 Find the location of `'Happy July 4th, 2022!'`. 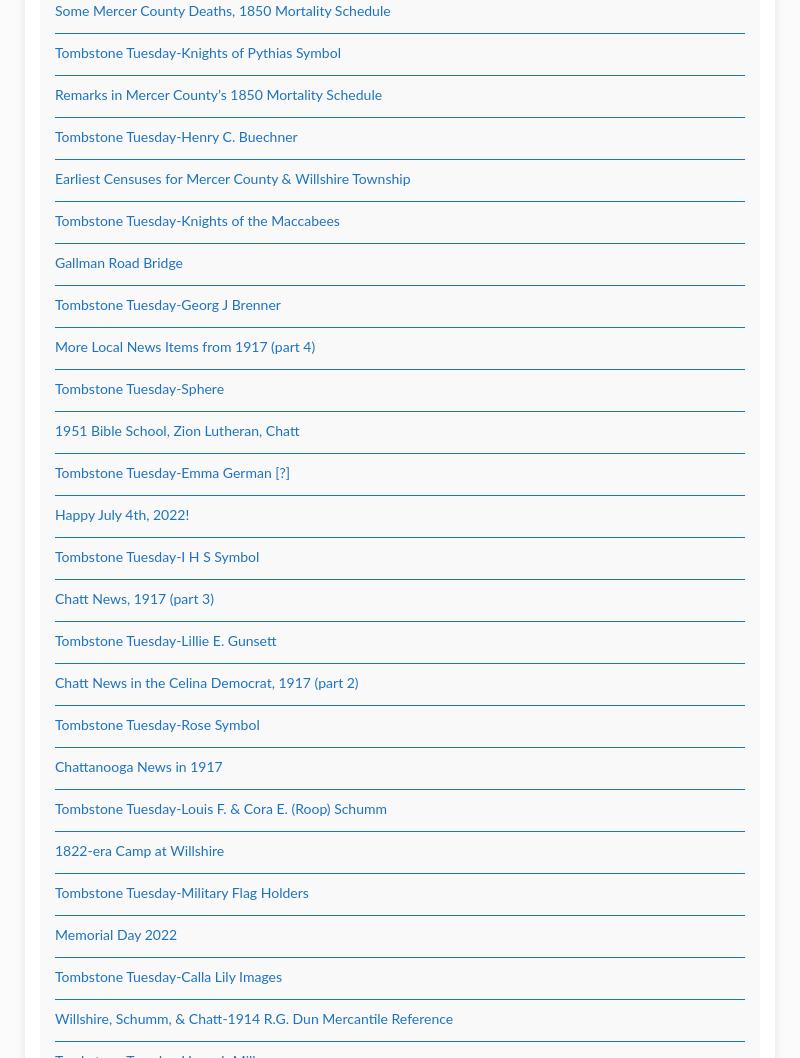

'Happy July 4th, 2022!' is located at coordinates (121, 514).